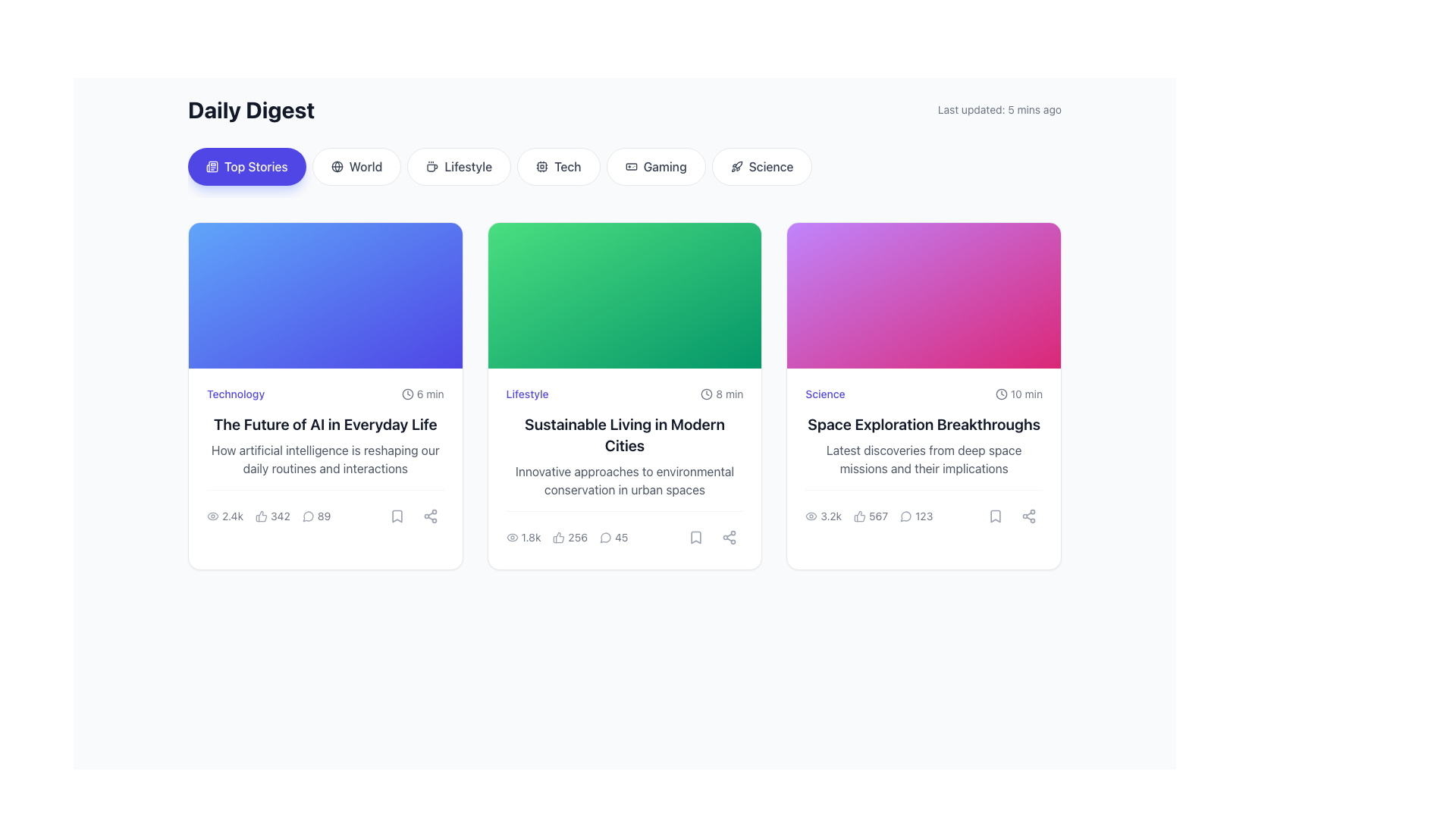  Describe the element at coordinates (211, 166) in the screenshot. I see `the small newspaper icon located to the left of the 'Top Stories' button within the purple button at the top-left corner of the main content area` at that location.